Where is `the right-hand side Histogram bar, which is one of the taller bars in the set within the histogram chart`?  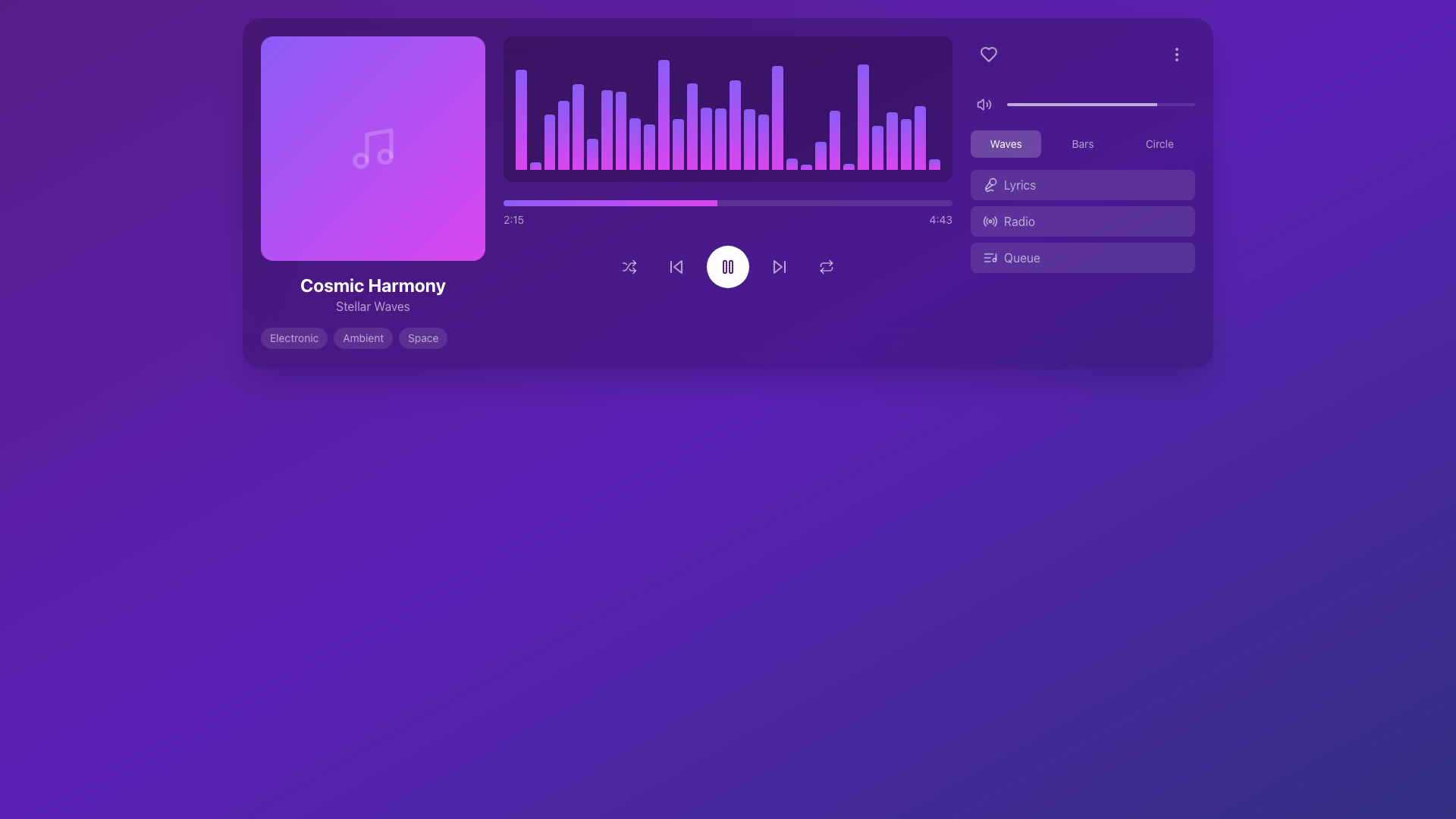 the right-hand side Histogram bar, which is one of the taller bars in the set within the histogram chart is located at coordinates (863, 116).